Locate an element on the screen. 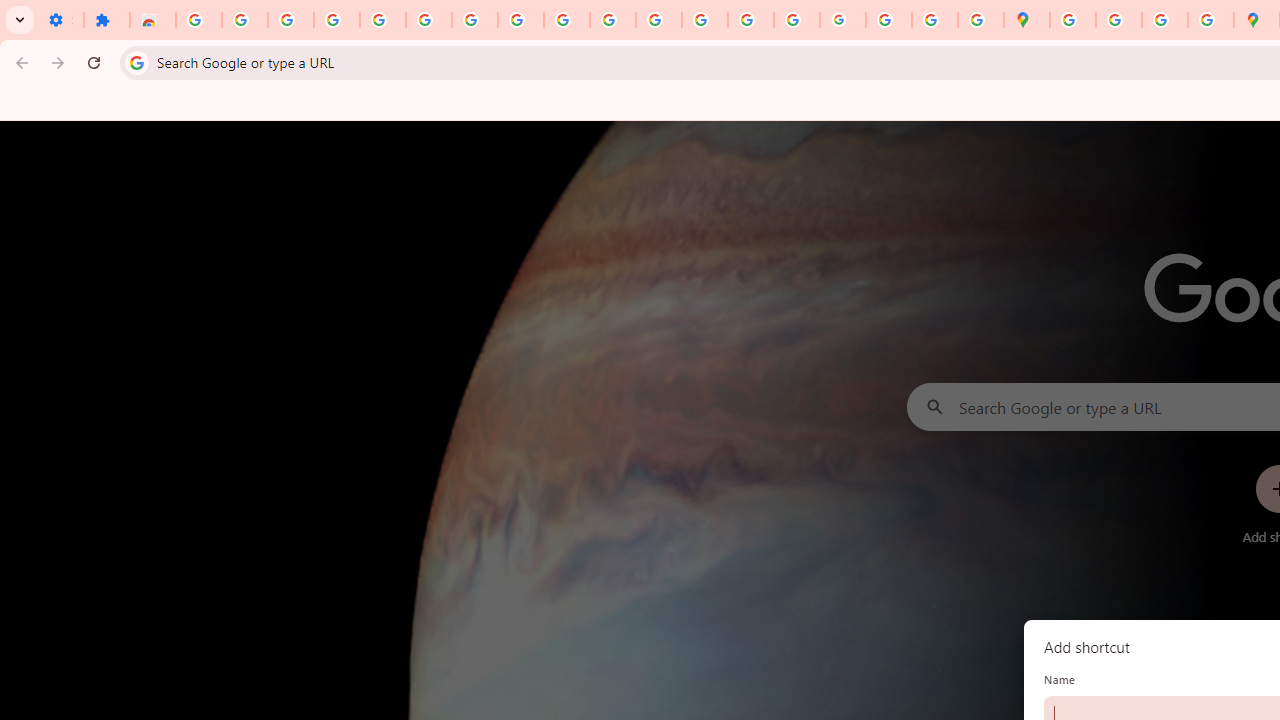 The width and height of the screenshot is (1280, 720). 'Safety in Our Products - Google Safety Center' is located at coordinates (1209, 20).